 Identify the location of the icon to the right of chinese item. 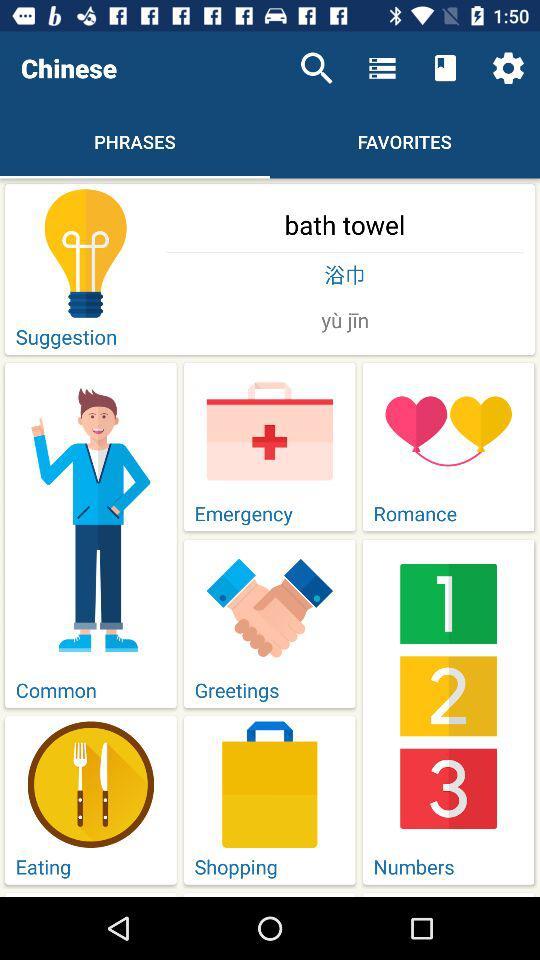
(316, 68).